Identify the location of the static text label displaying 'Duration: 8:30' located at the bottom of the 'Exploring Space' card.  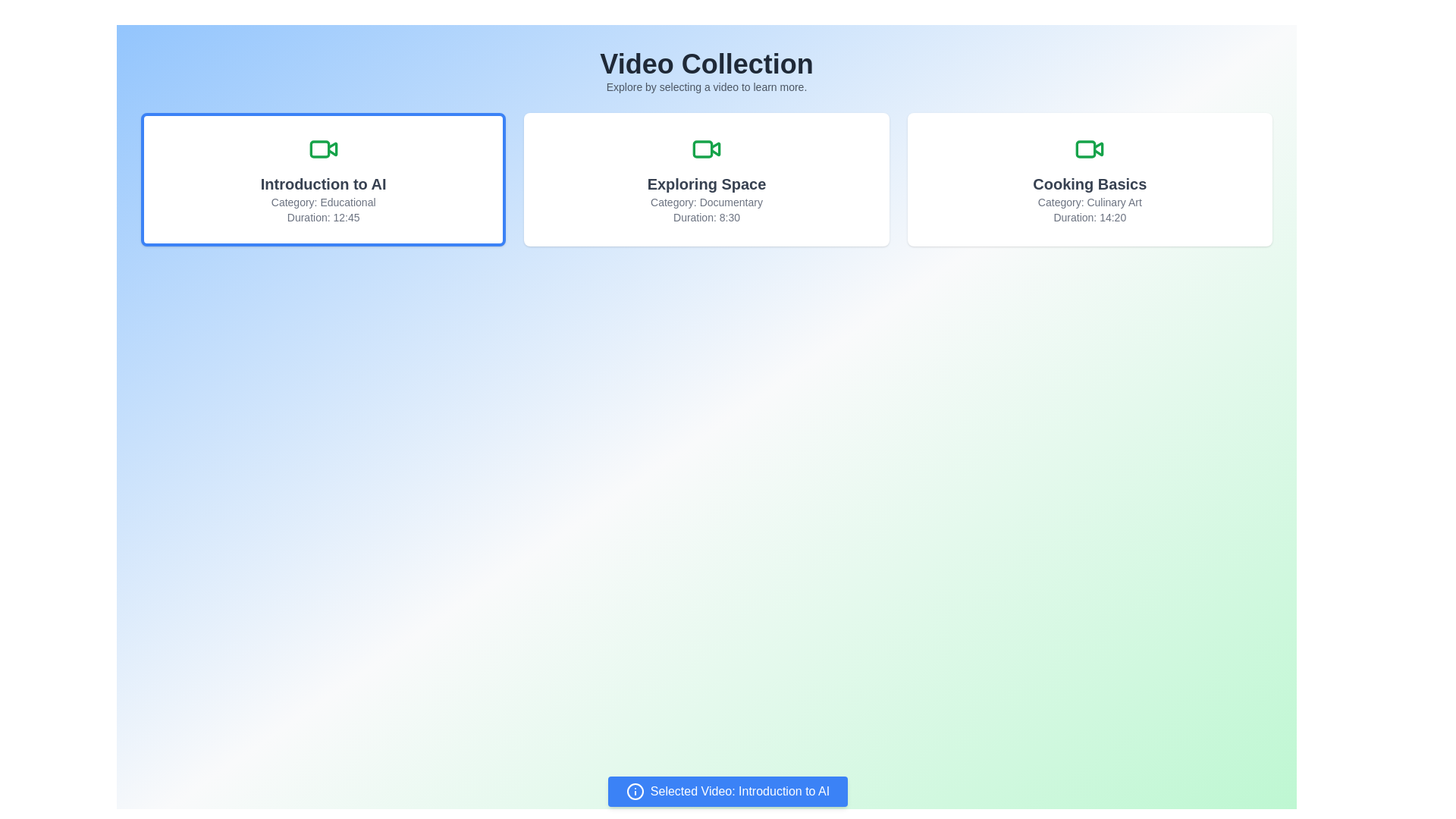
(705, 217).